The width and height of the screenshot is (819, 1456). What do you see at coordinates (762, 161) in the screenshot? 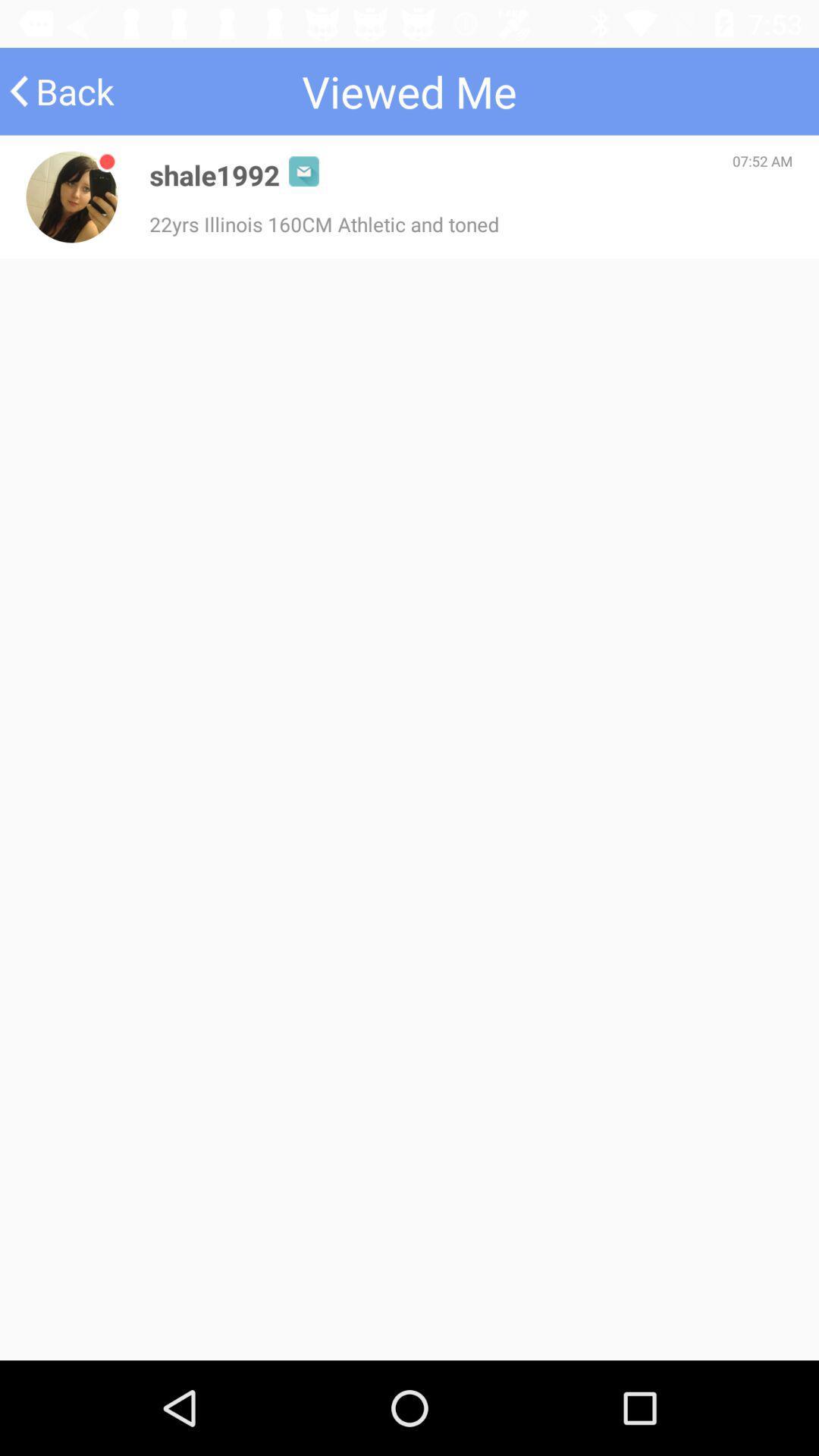
I see `the item at the top right corner` at bounding box center [762, 161].